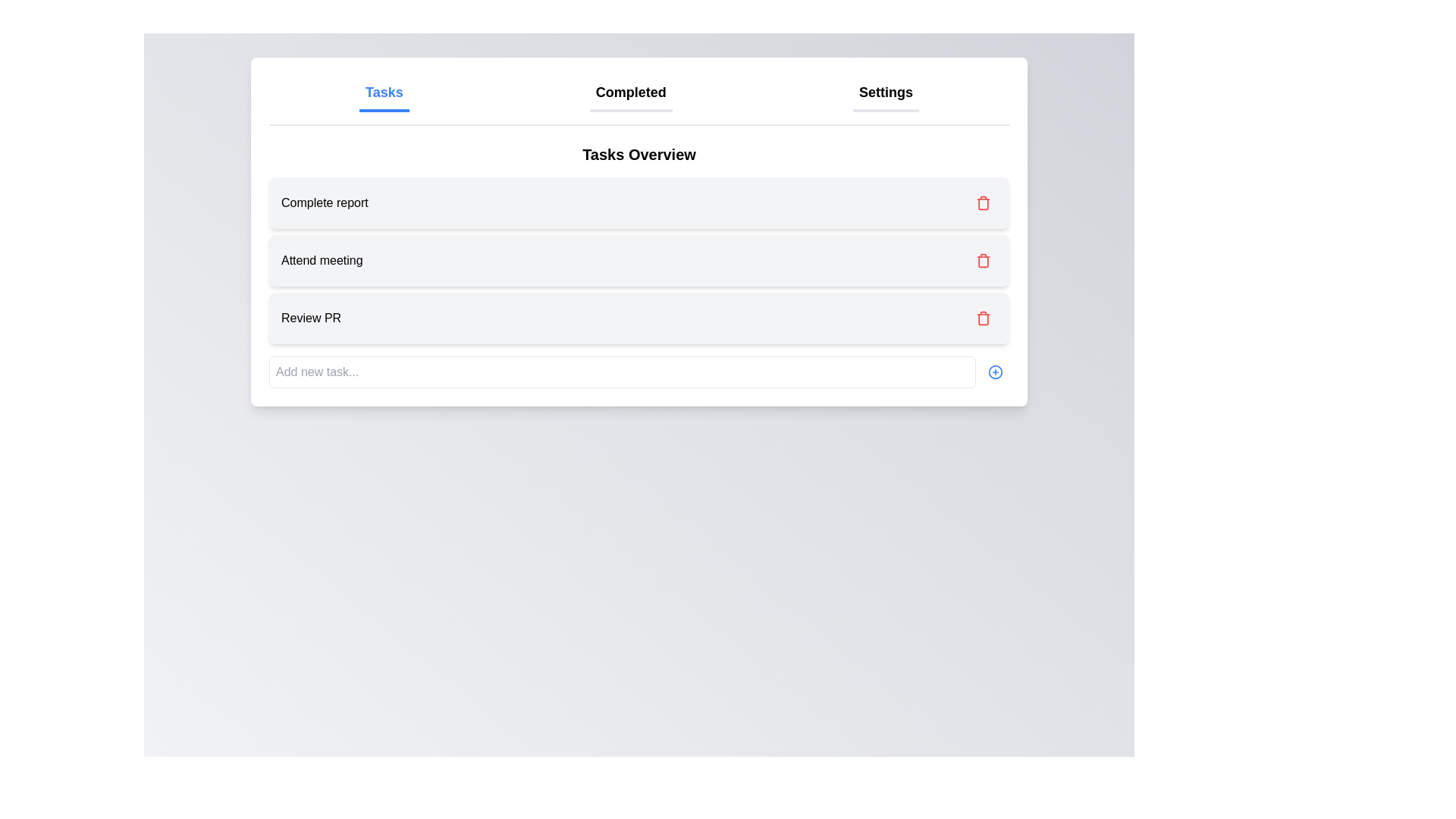 The width and height of the screenshot is (1456, 819). What do you see at coordinates (321, 259) in the screenshot?
I see `the text display element showing the title 'Attend meeting' in the task management interface, located in the second task item in the list` at bounding box center [321, 259].